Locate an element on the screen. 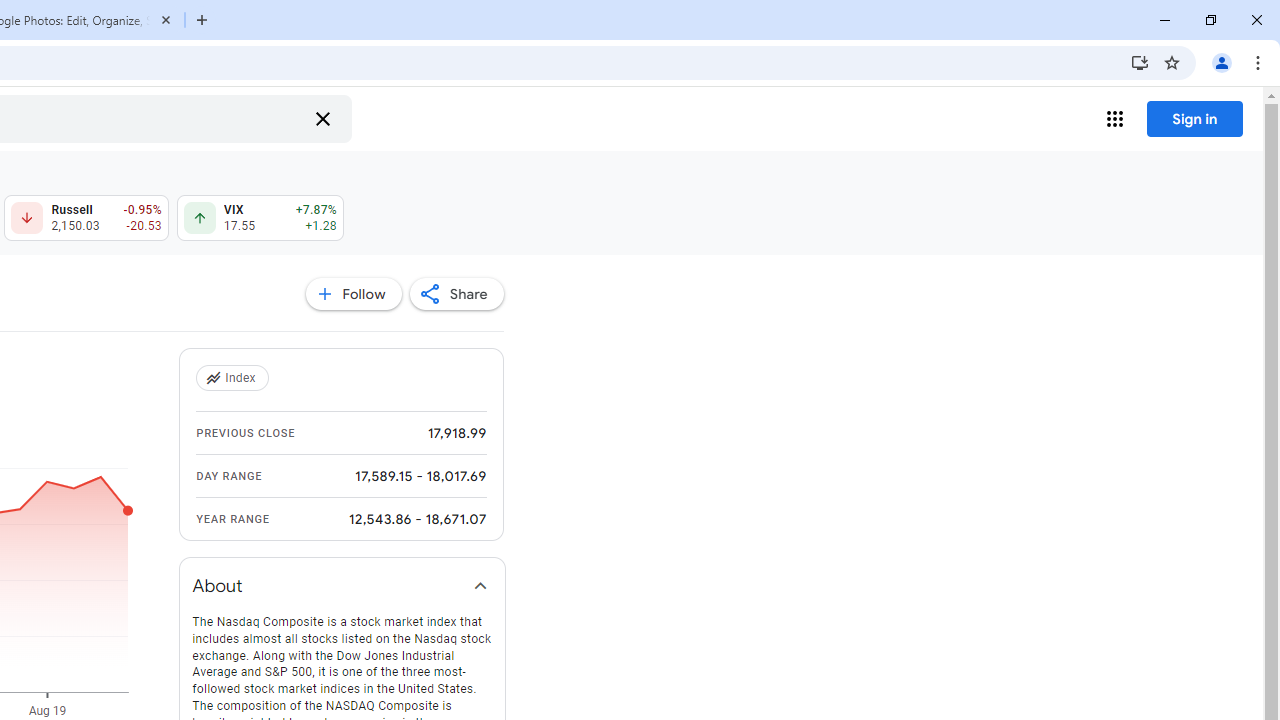 The image size is (1280, 720). 'Index' is located at coordinates (234, 378).